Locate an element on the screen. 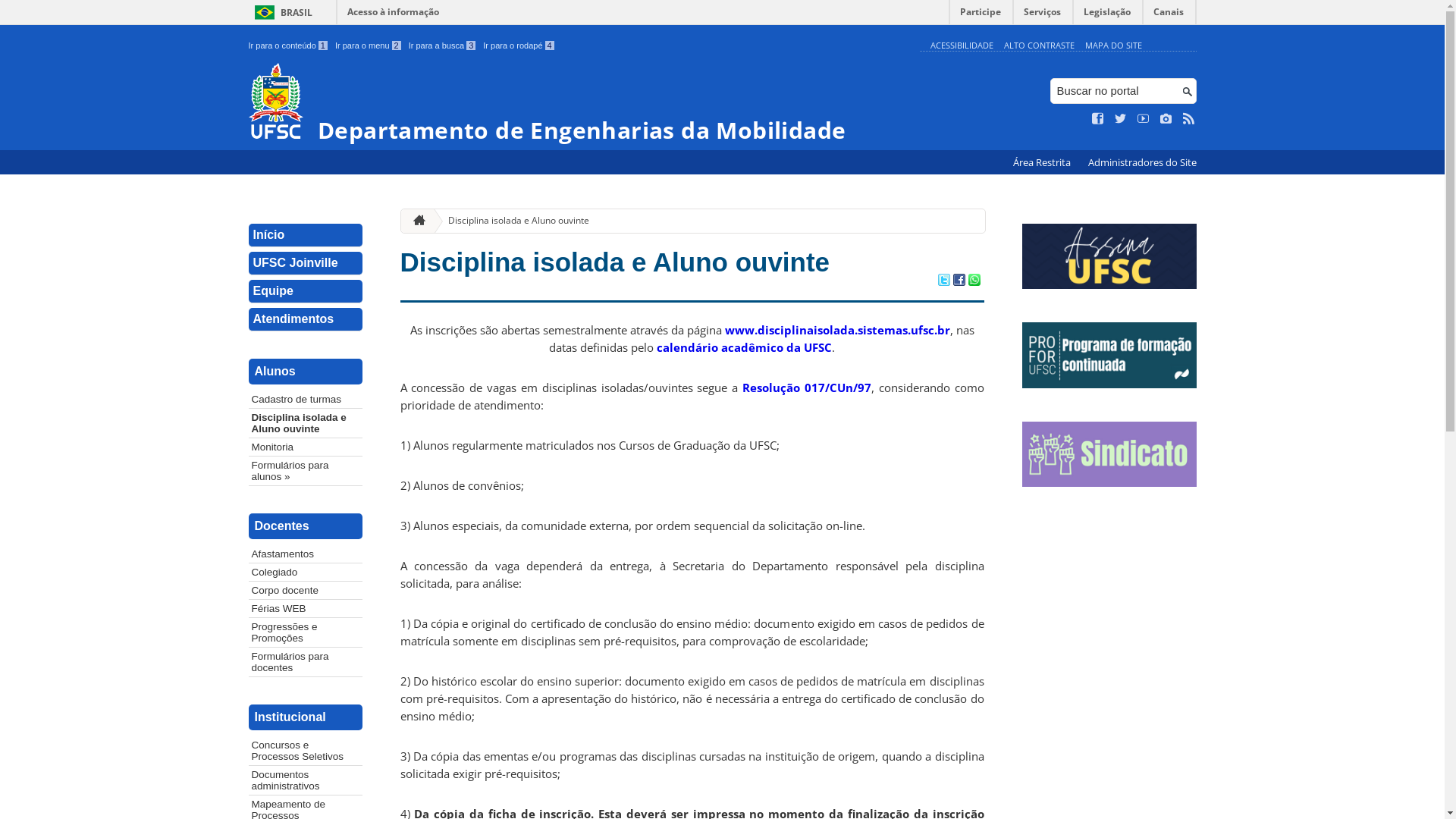 This screenshot has width=1456, height=819. 'Administradores do Site' is located at coordinates (1141, 162).